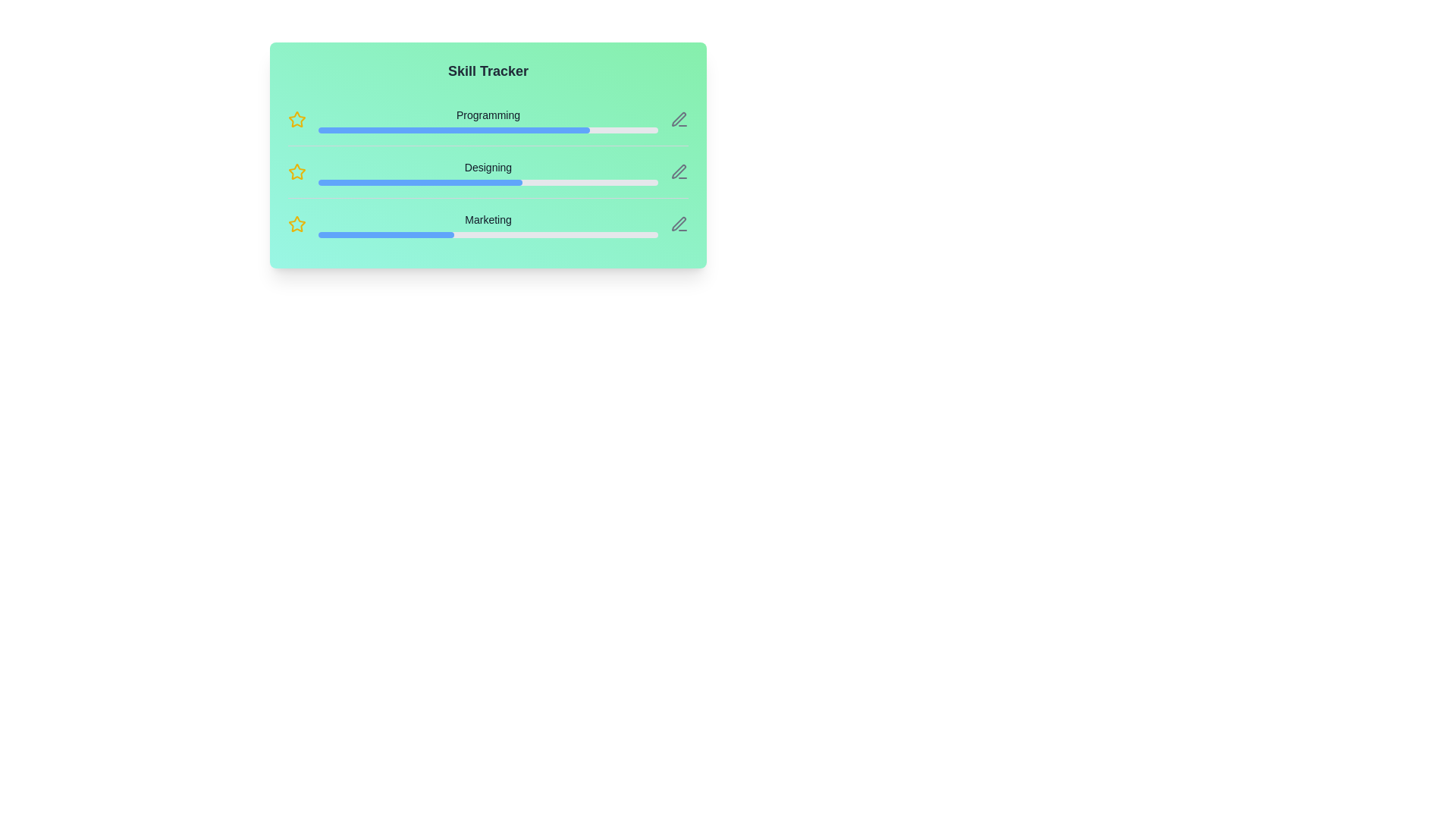 This screenshot has height=819, width=1456. I want to click on the edit icon next to the skill Programming, so click(679, 119).